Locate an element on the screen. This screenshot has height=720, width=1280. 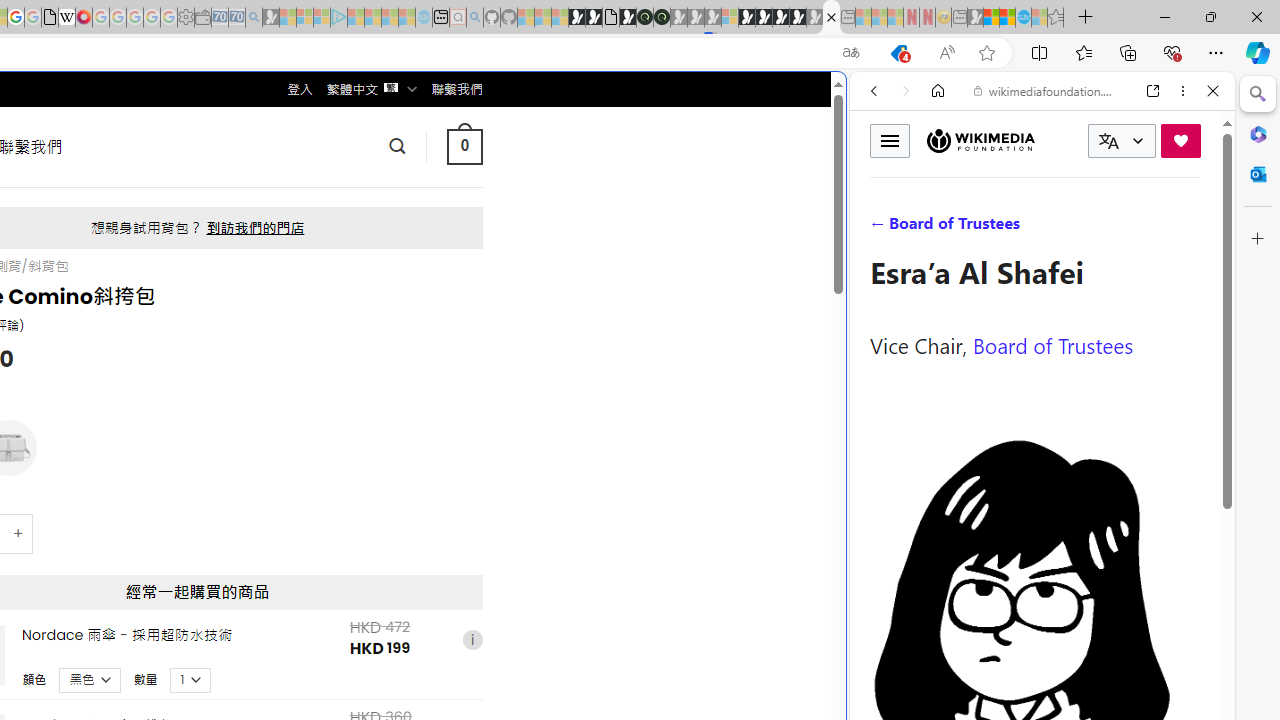
'Tabs you' is located at coordinates (276, 265).